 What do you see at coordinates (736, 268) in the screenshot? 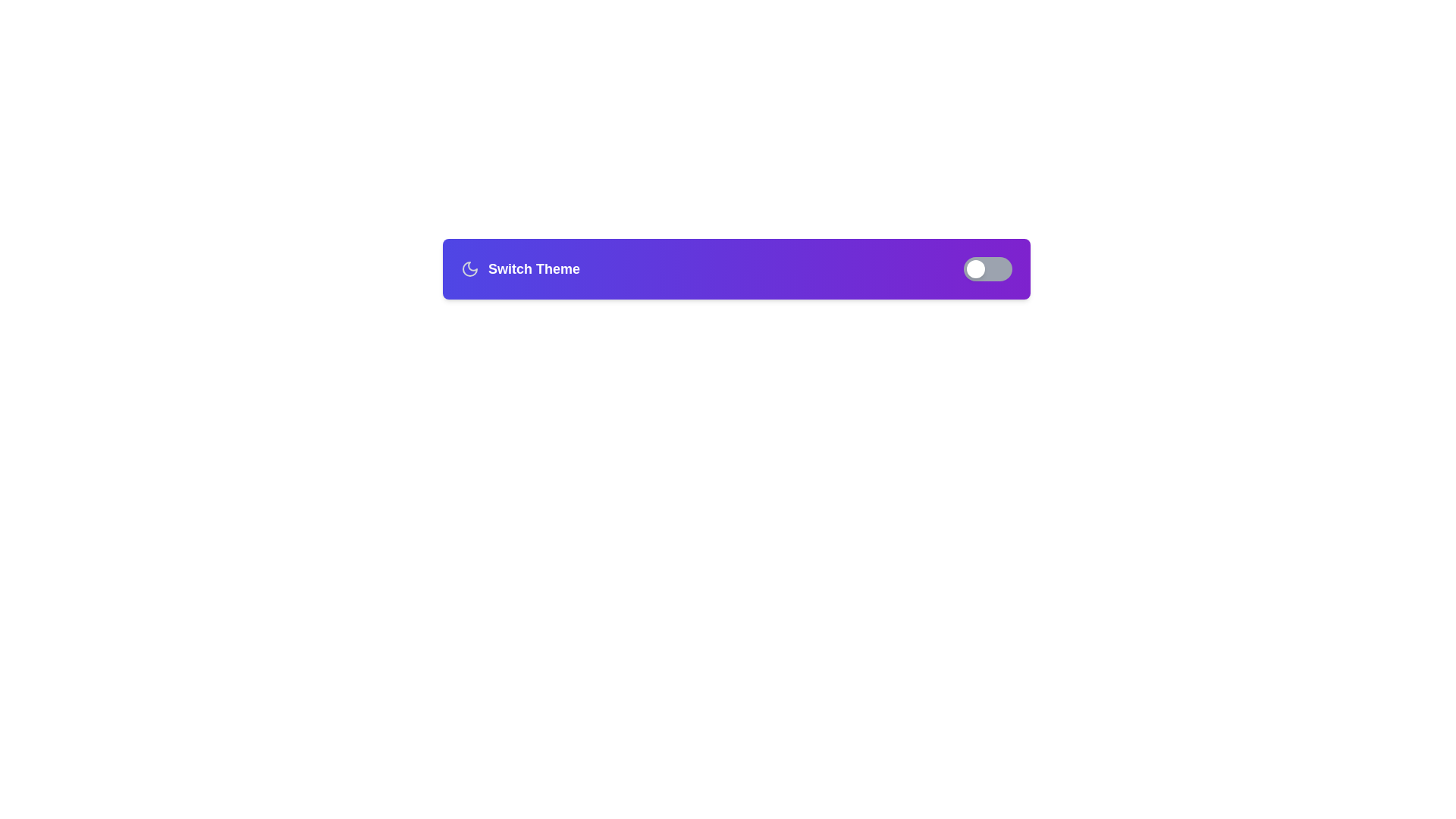
I see `the 'Switch Theme' button with an integrated toggle switch, which features a gradient background and is located at the upper region of the interface` at bounding box center [736, 268].